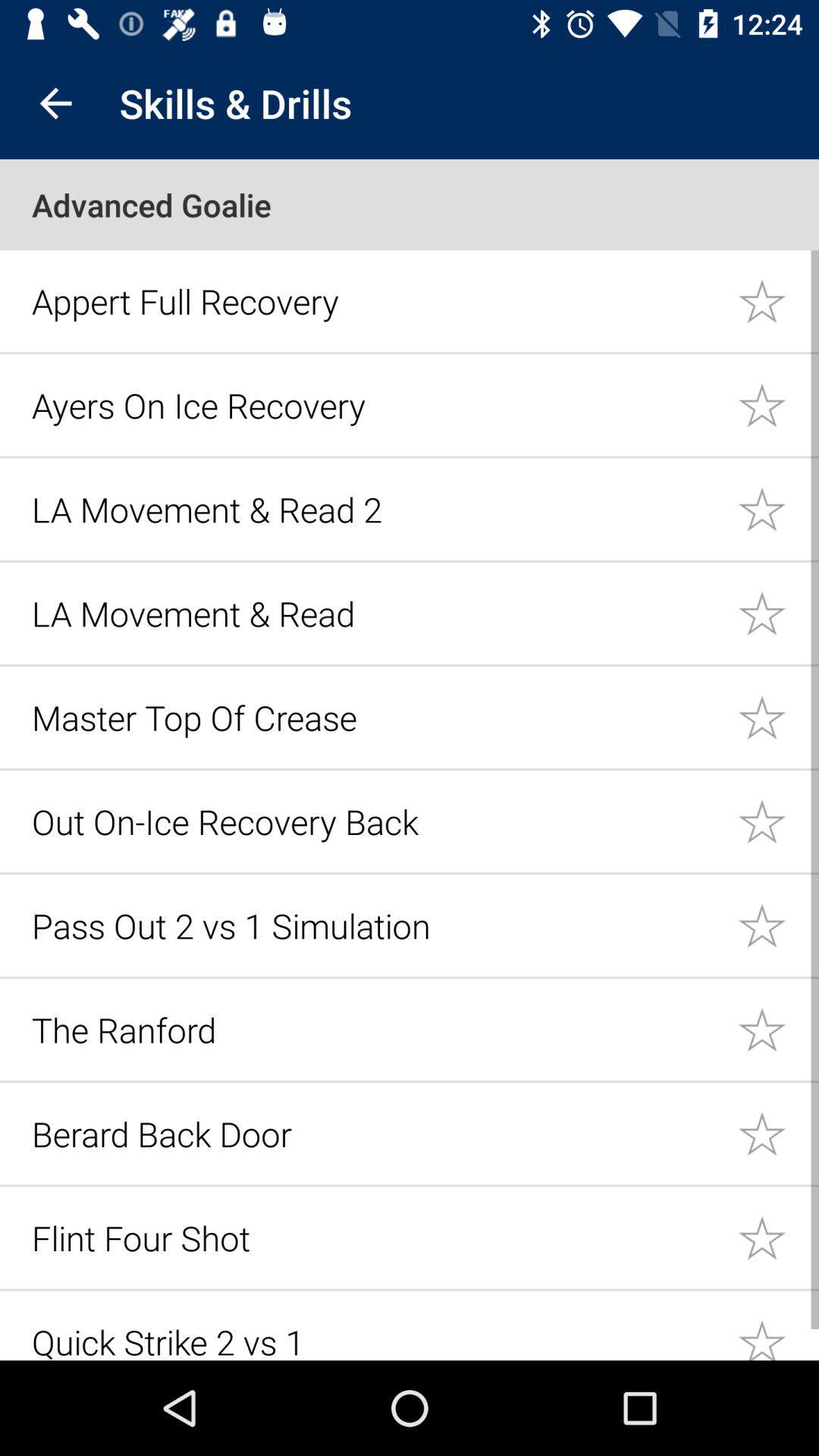 The width and height of the screenshot is (819, 1456). Describe the element at coordinates (375, 717) in the screenshot. I see `item below the la movement & read item` at that location.